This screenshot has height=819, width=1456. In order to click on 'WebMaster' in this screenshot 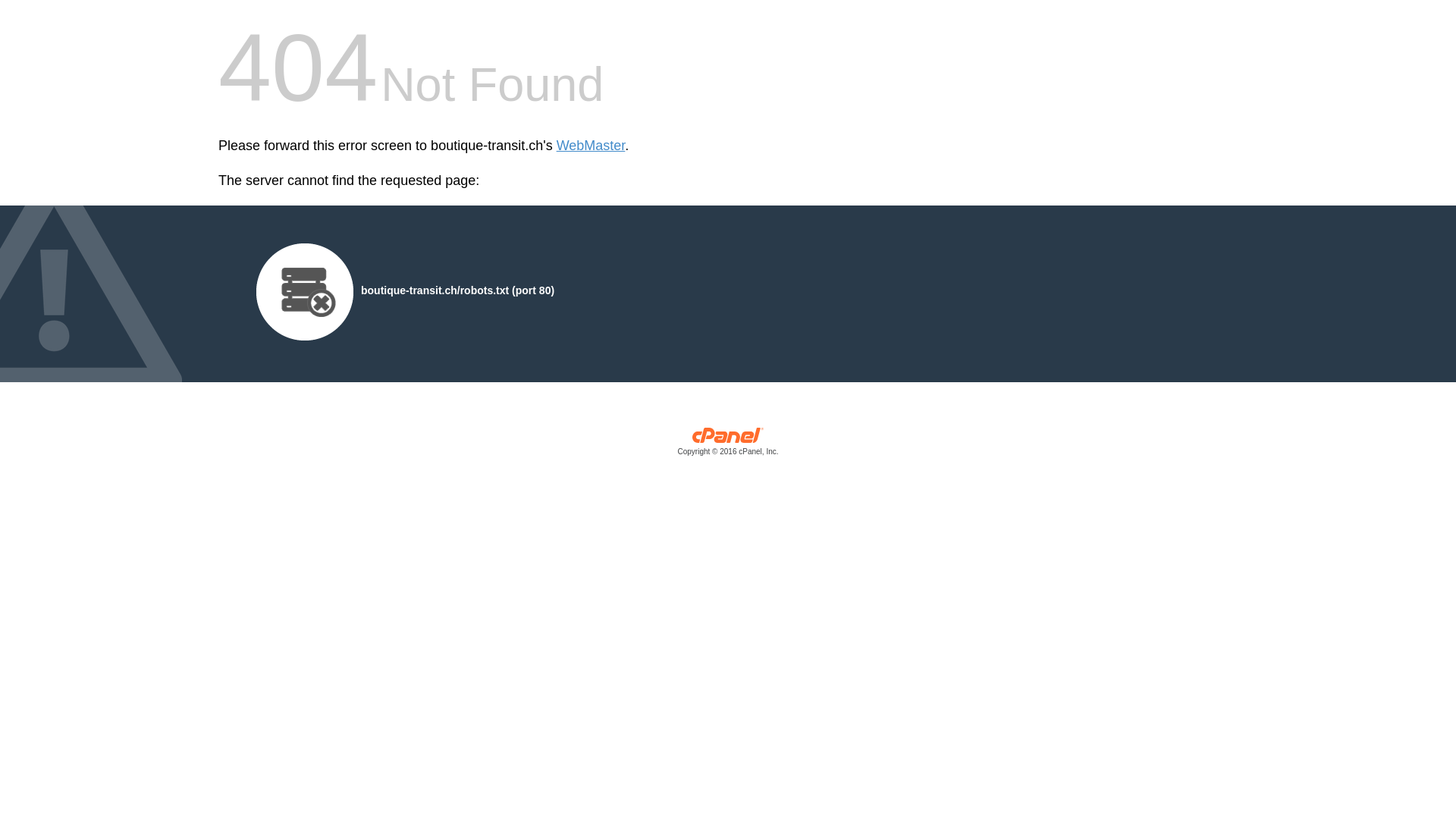, I will do `click(590, 146)`.